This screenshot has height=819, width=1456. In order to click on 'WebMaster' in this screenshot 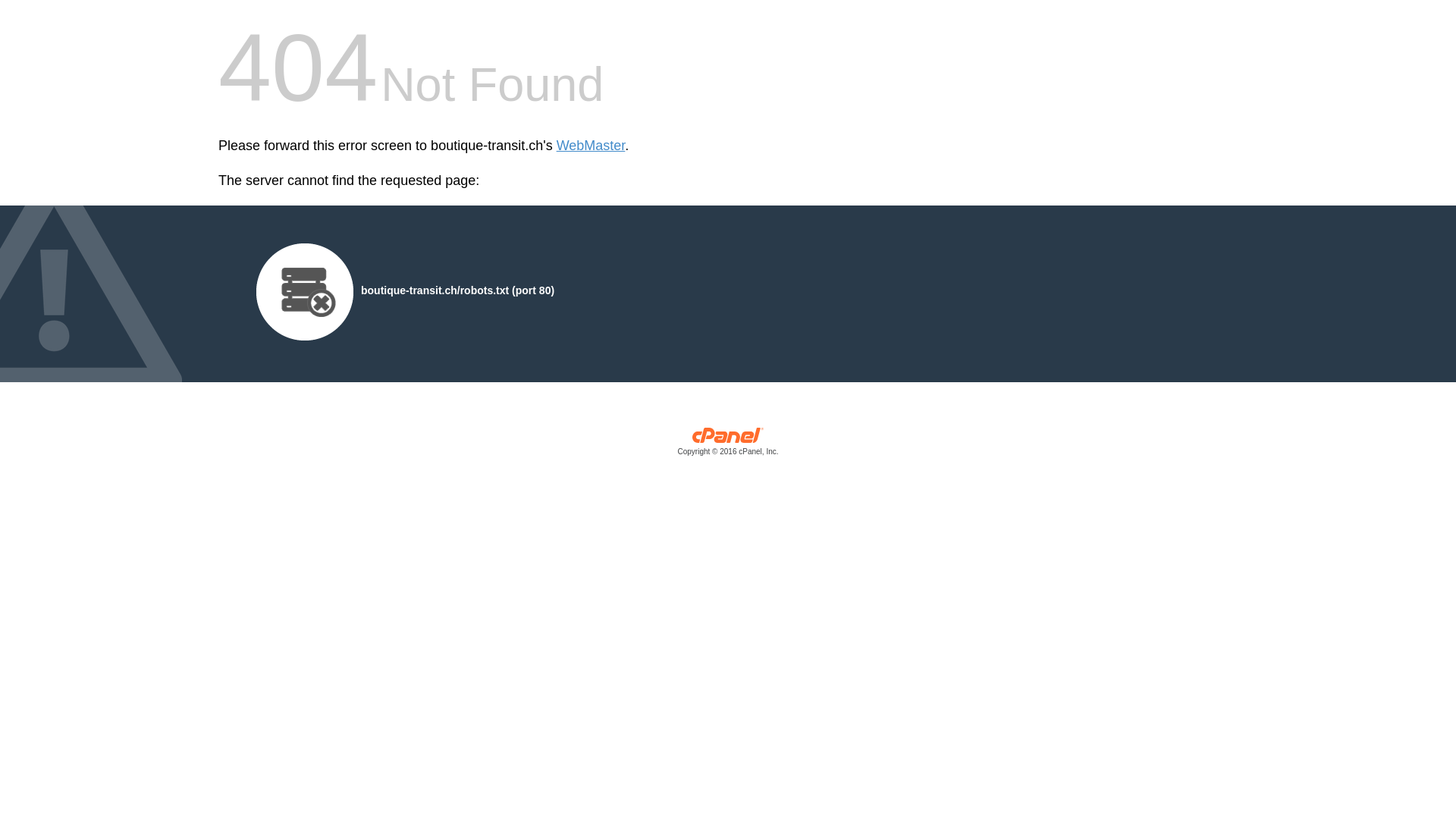, I will do `click(590, 146)`.